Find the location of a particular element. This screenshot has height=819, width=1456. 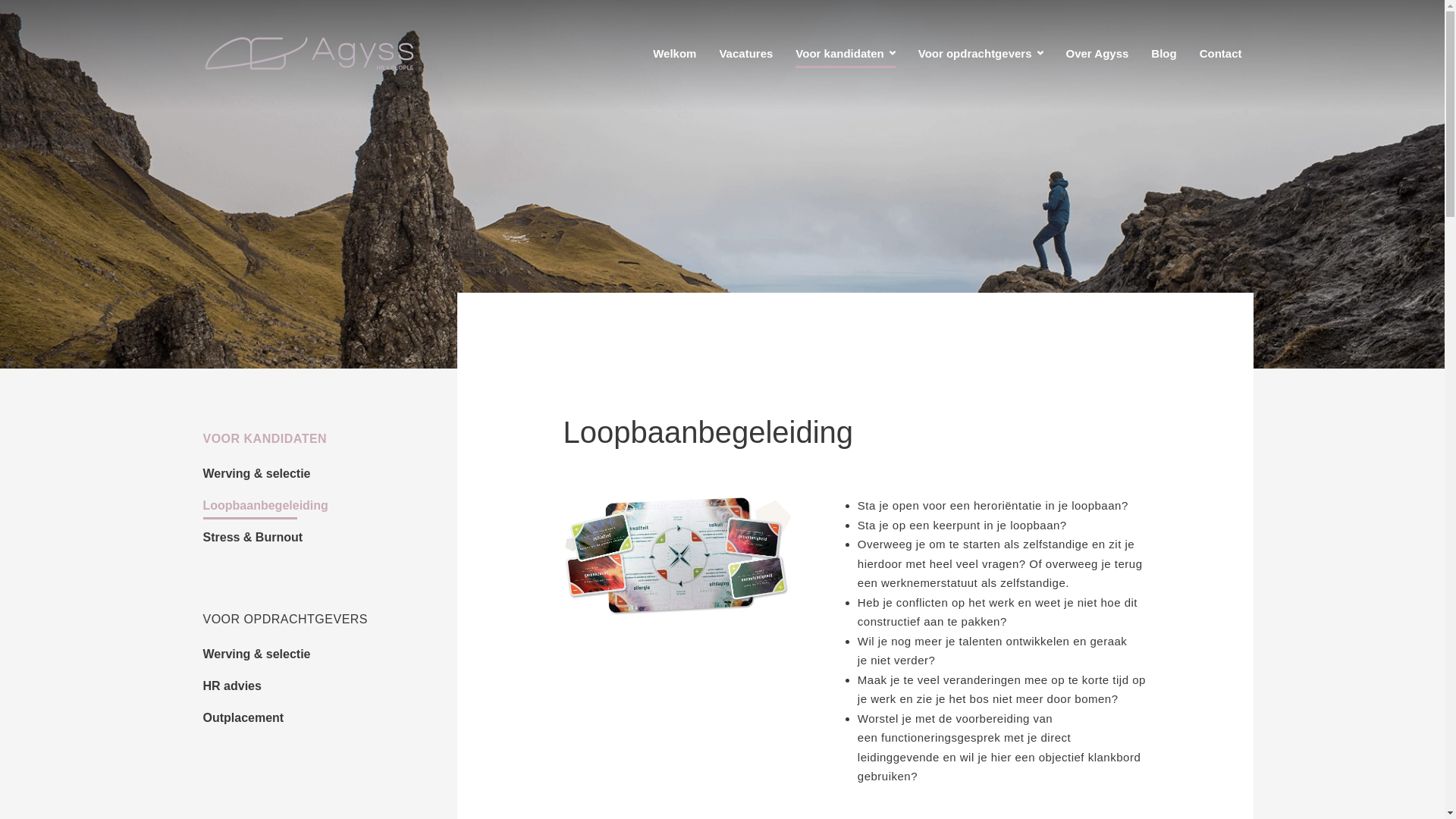

'Outplacement' is located at coordinates (243, 719).